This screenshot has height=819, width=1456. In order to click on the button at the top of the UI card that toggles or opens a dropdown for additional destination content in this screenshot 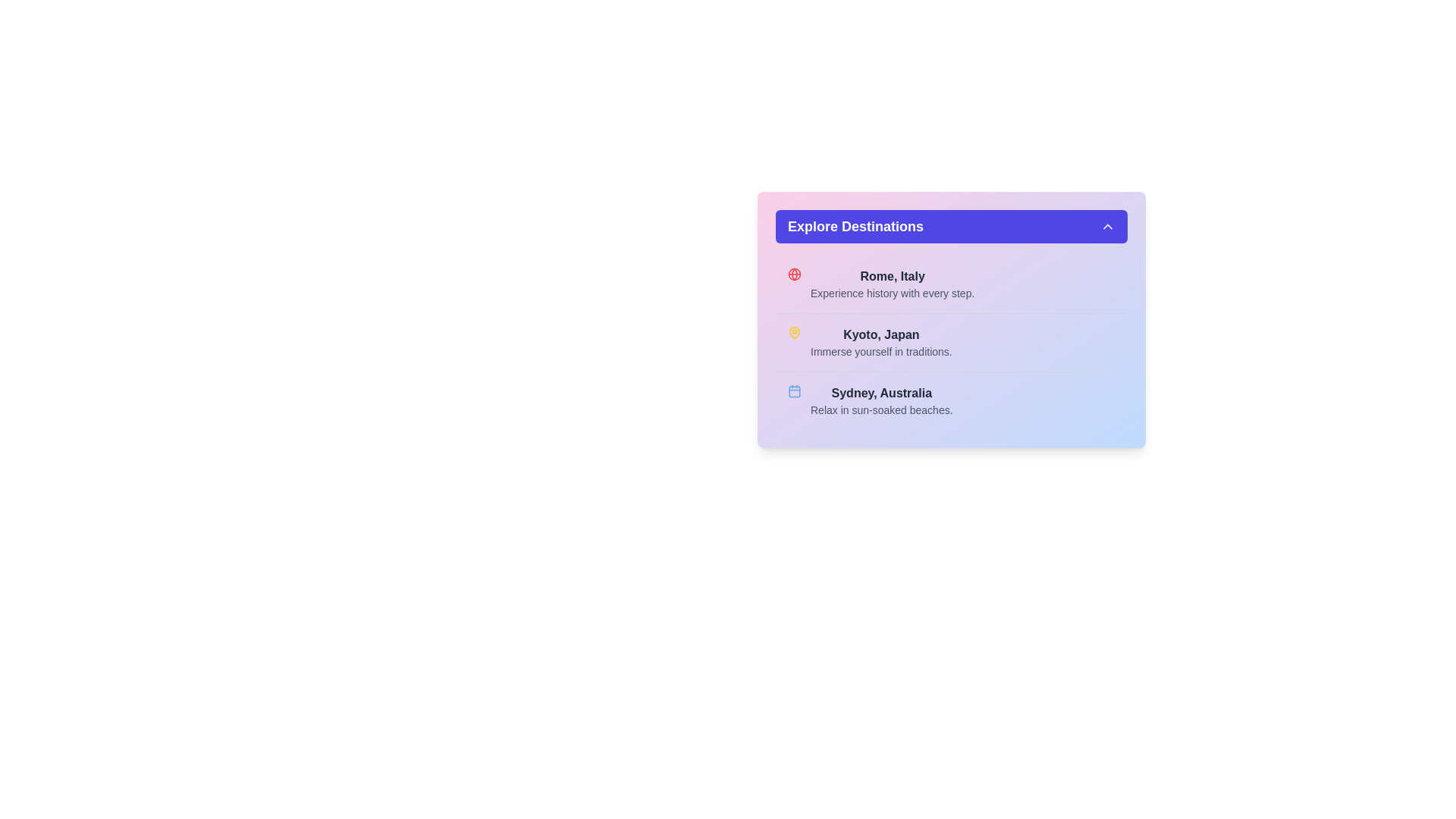, I will do `click(950, 227)`.